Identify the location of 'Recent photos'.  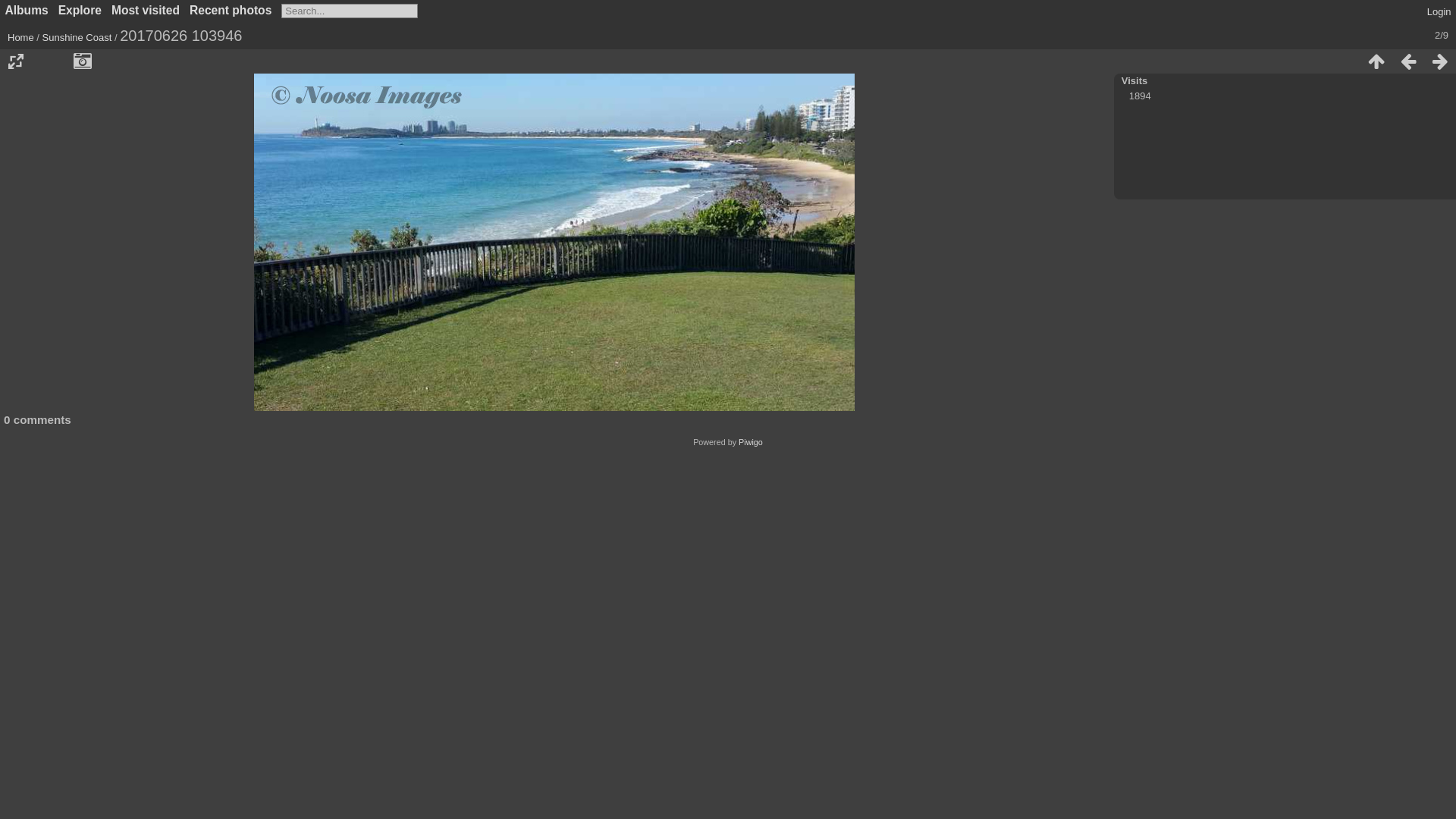
(229, 10).